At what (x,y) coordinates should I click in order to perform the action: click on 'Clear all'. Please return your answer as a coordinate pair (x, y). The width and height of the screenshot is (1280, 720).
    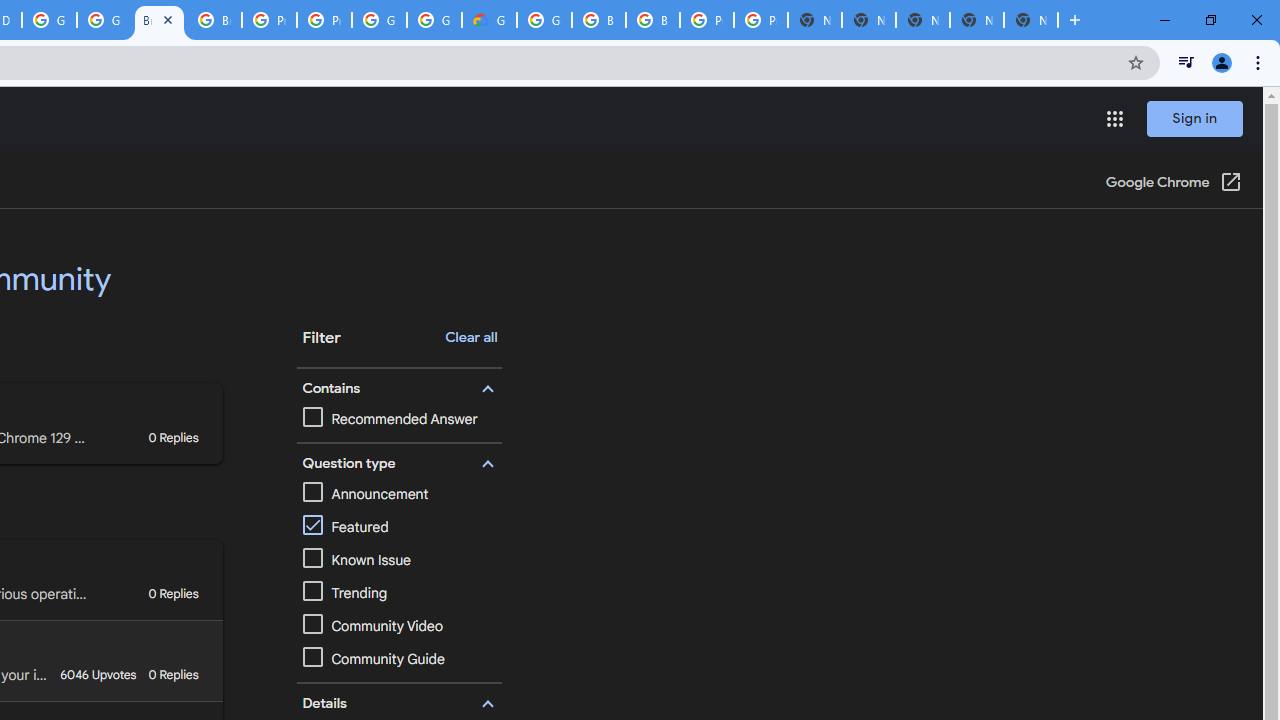
    Looking at the image, I should click on (470, 337).